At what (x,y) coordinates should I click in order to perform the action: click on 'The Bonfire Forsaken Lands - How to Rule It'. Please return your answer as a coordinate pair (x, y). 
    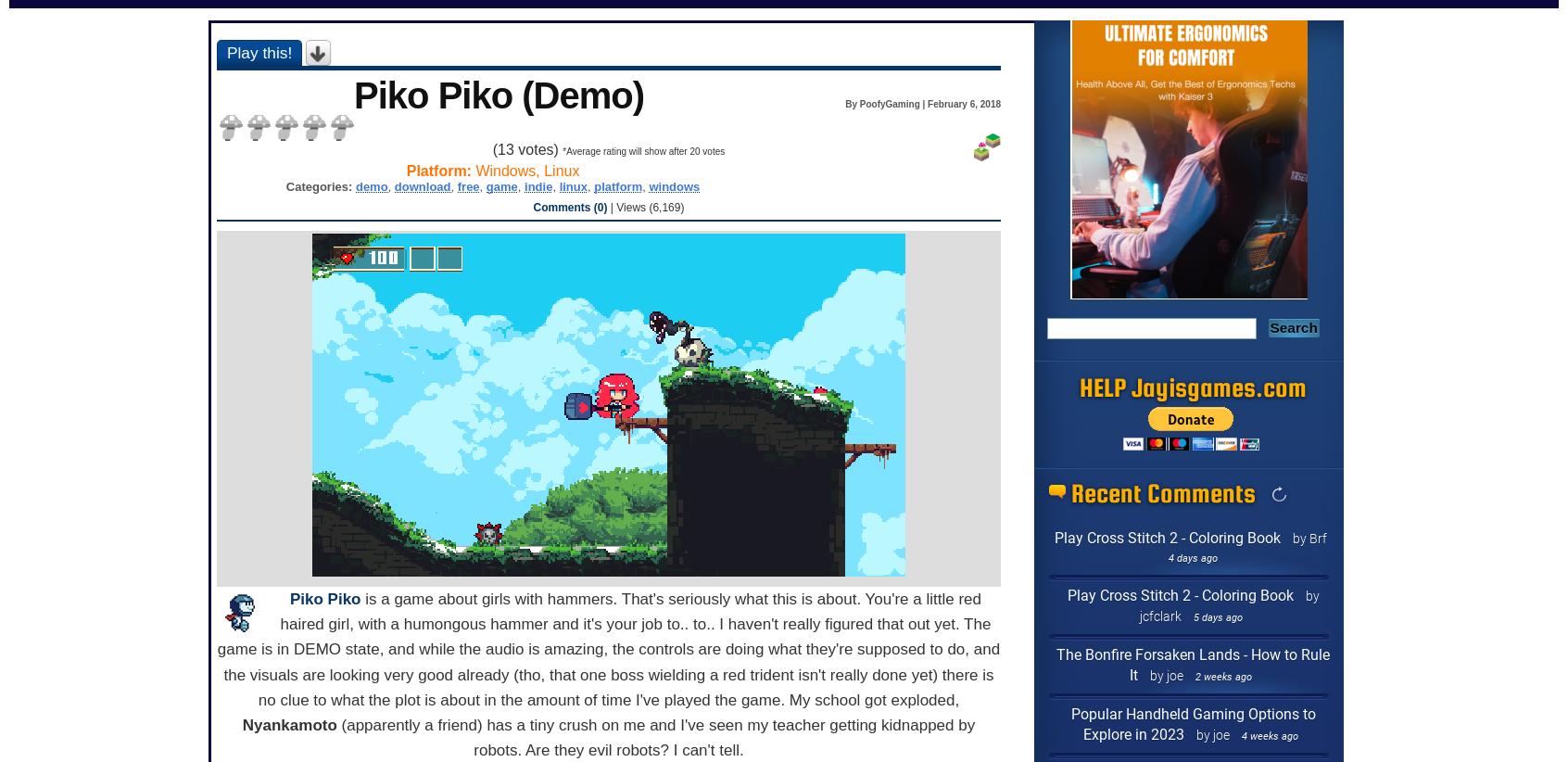
    Looking at the image, I should click on (1192, 664).